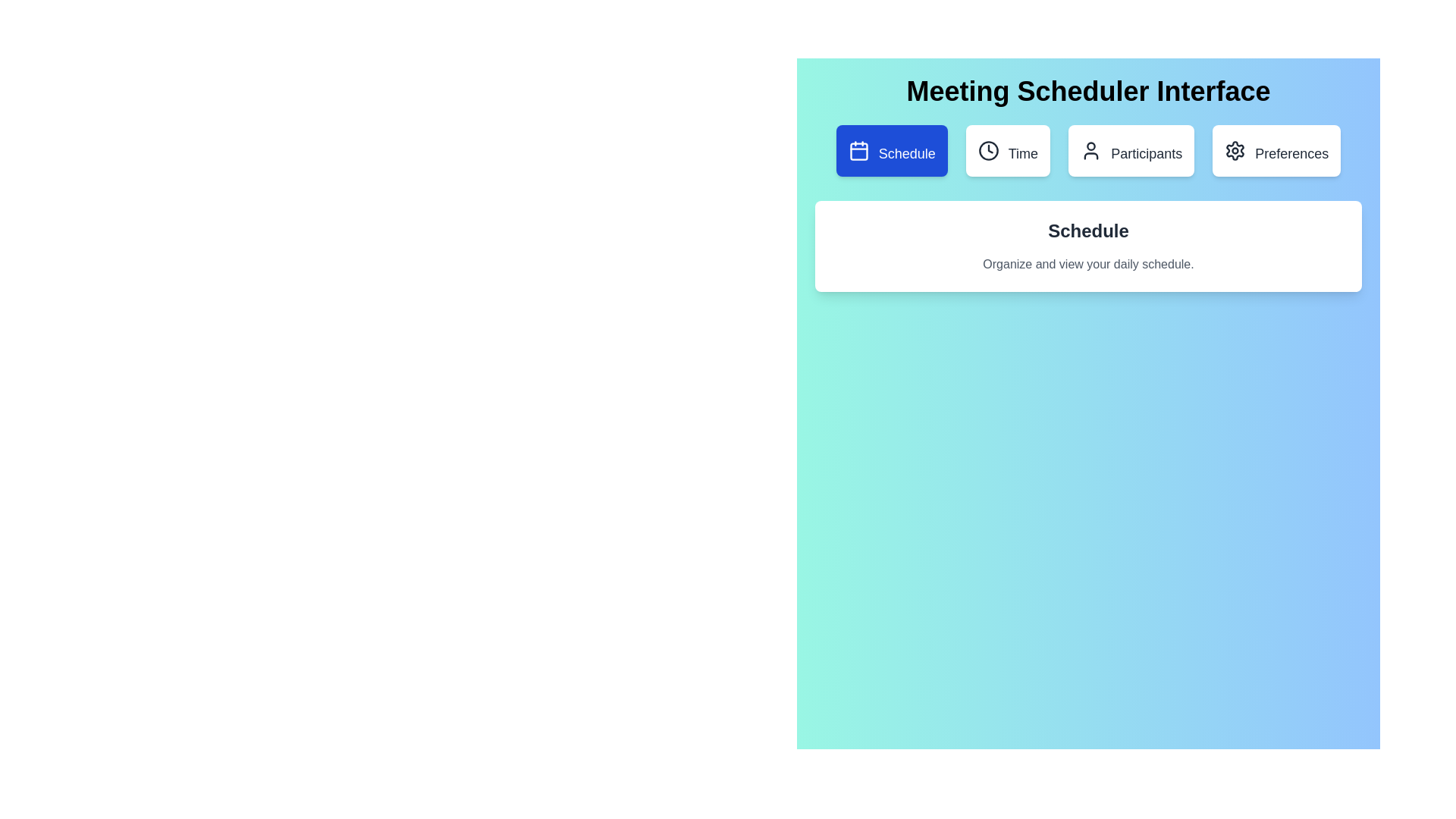 The image size is (1456, 819). Describe the element at coordinates (988, 151) in the screenshot. I see `the 'Time' icon located within the 'Time' button, which is the second button in a horizontal row, to enhance user recognition and interaction` at that location.